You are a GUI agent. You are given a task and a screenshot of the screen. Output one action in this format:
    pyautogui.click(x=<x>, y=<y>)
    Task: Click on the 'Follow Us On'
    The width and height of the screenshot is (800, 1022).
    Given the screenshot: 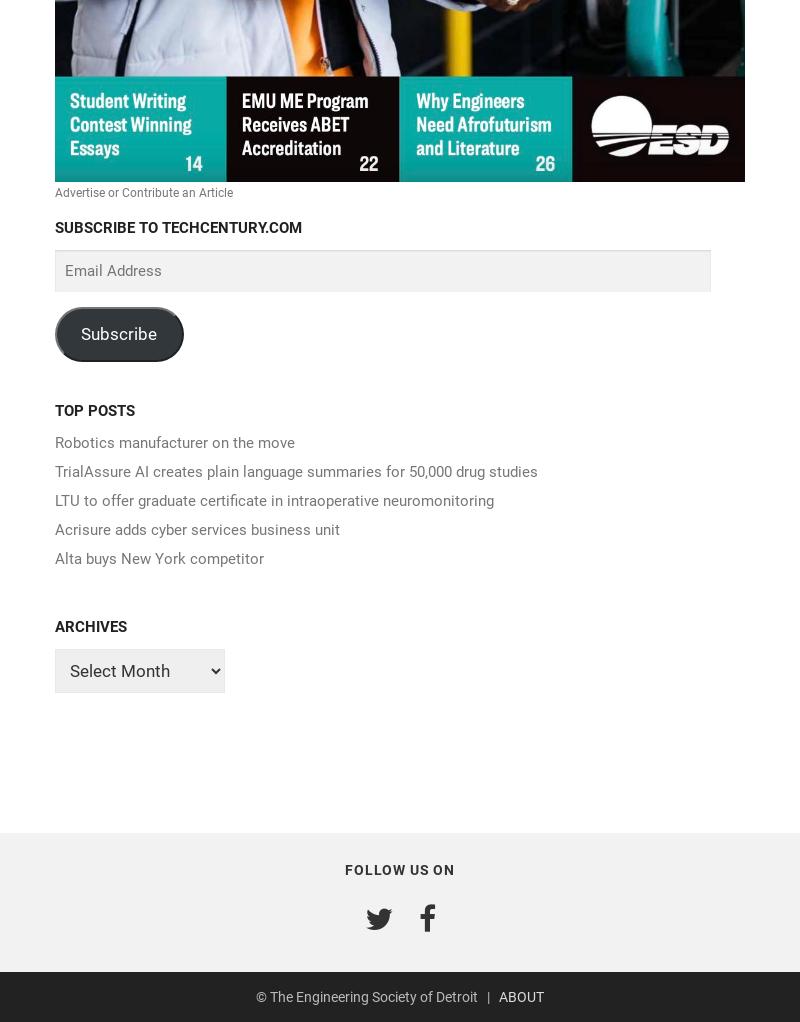 What is the action you would take?
    pyautogui.click(x=398, y=869)
    